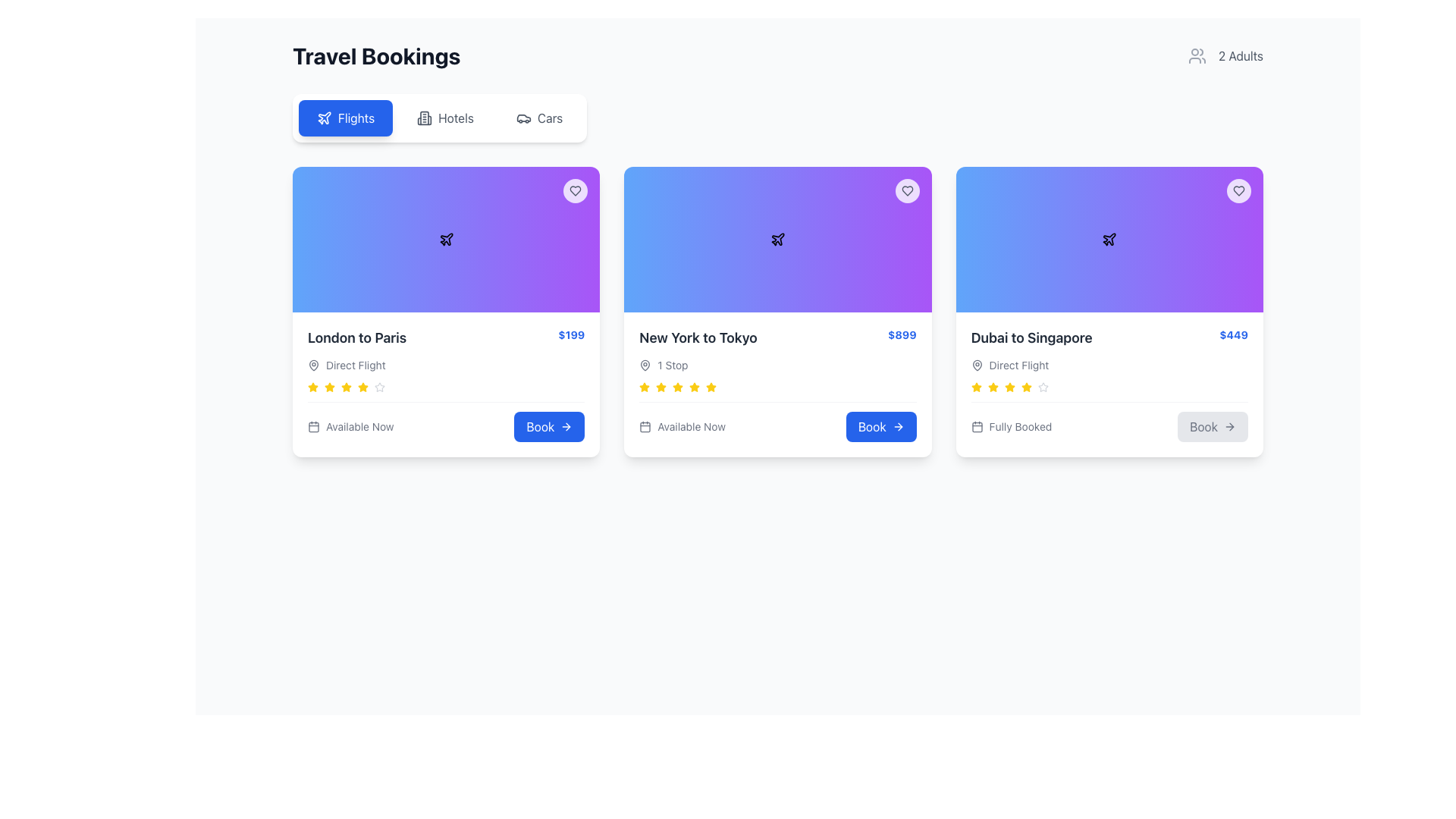 Image resolution: width=1456 pixels, height=819 pixels. I want to click on the second star icon in the flight detail card for the trip from London to Paris, which is visually represented as a yellow star in a rating system, so click(312, 386).